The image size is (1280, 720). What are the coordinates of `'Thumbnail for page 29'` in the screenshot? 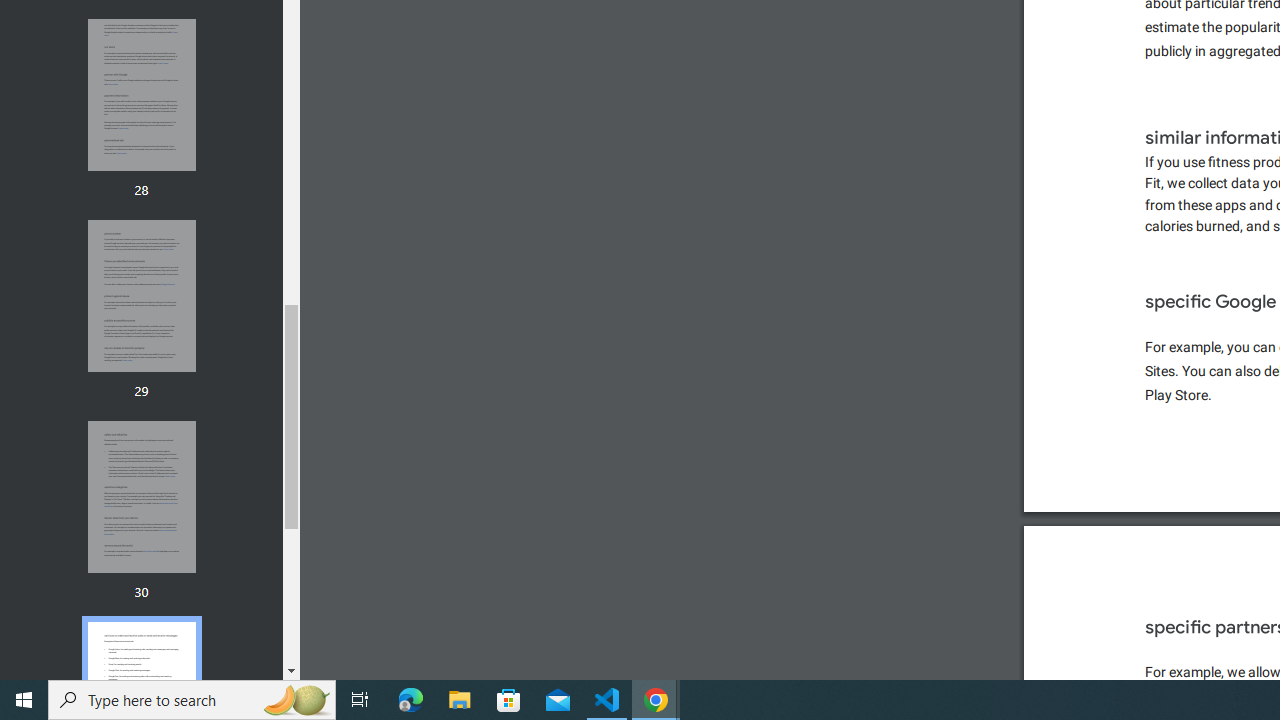 It's located at (140, 296).